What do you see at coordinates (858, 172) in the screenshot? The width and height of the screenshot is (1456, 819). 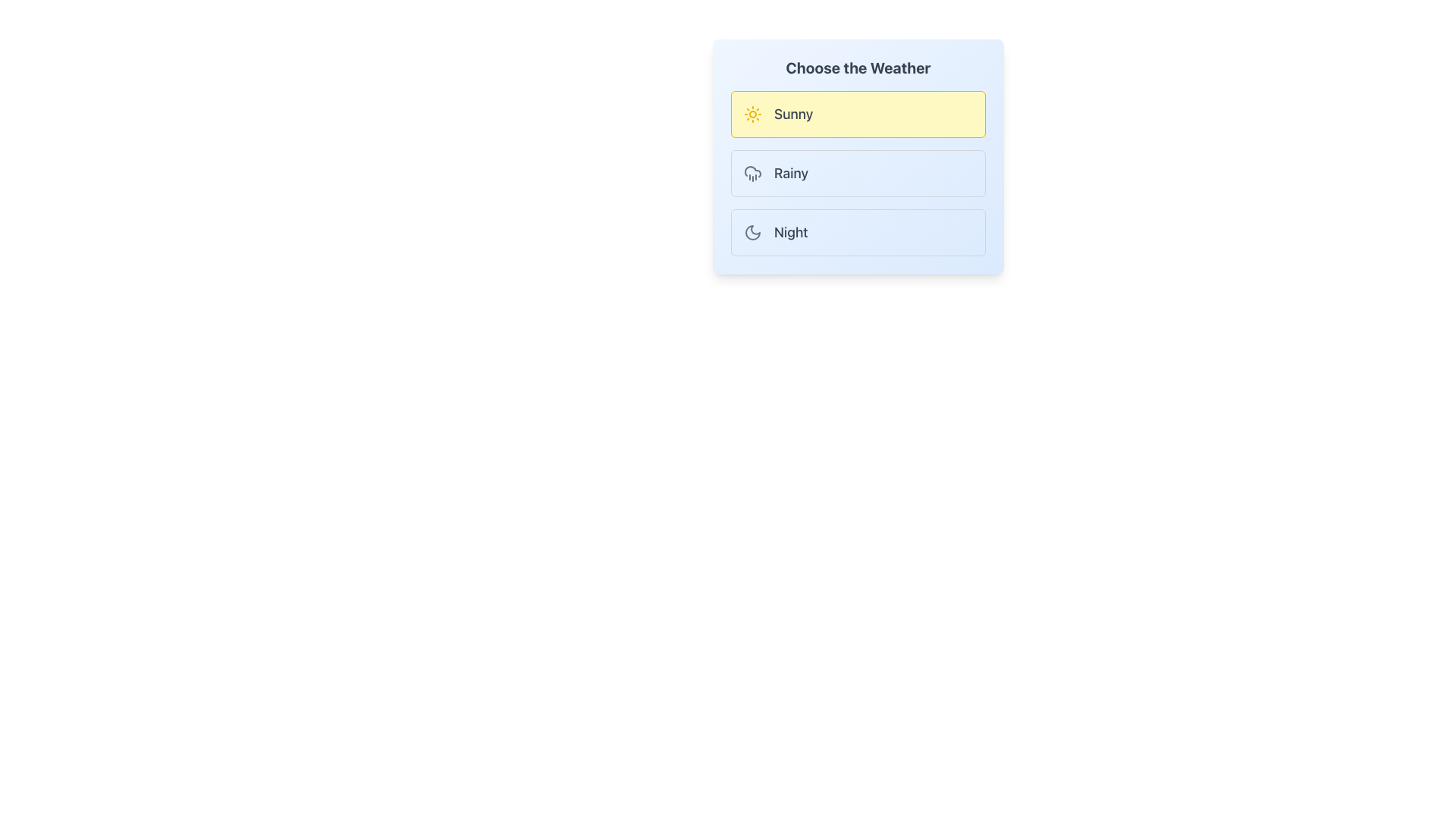 I see `the 'Rainy' selectable field to indicate the selection of the rainy weather option, which is the second option in the list of weather conditions` at bounding box center [858, 172].